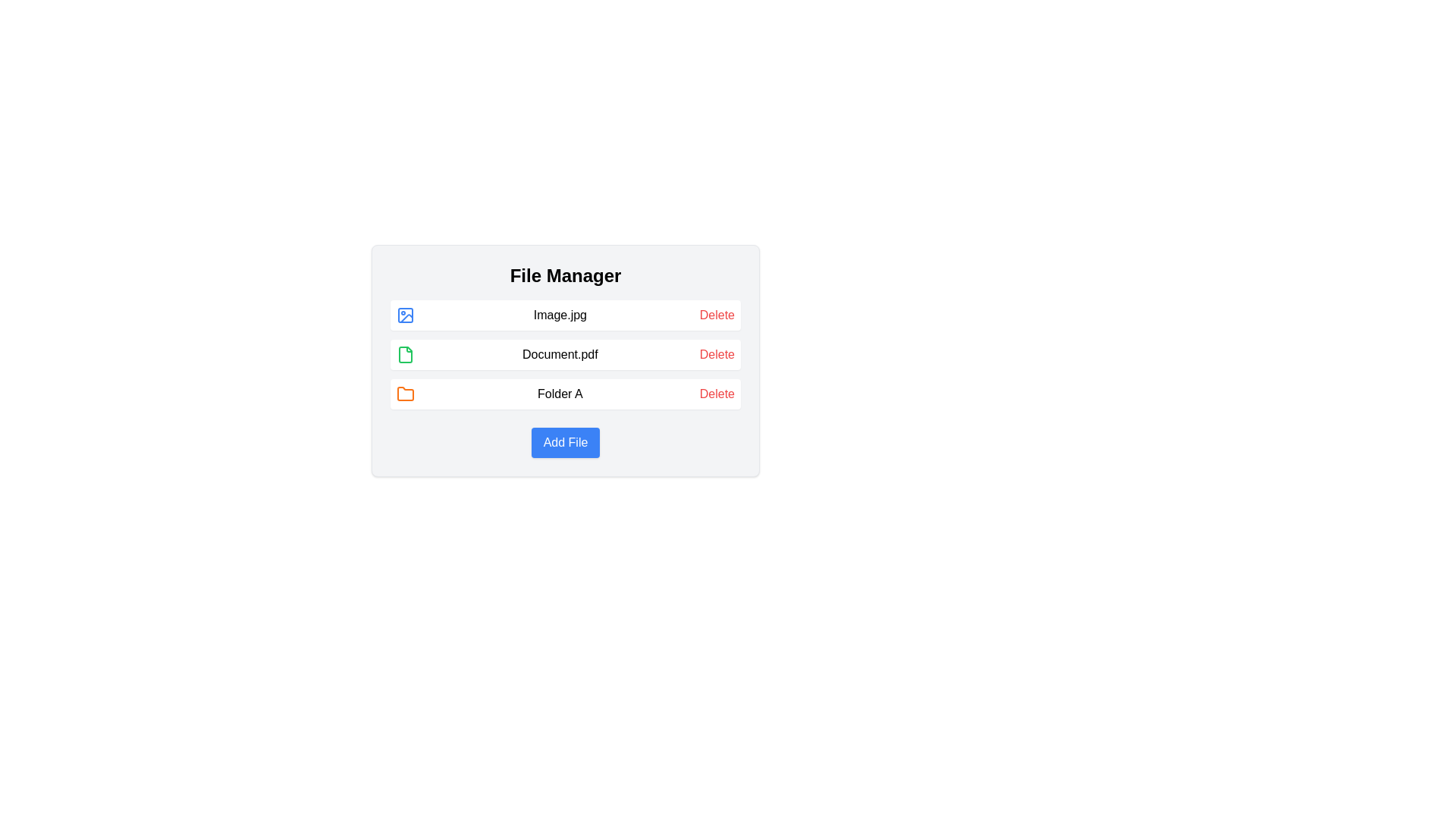 This screenshot has width=1456, height=819. Describe the element at coordinates (406, 318) in the screenshot. I see `the row containing the icon located on the left side of the first row in the File Manager list` at that location.